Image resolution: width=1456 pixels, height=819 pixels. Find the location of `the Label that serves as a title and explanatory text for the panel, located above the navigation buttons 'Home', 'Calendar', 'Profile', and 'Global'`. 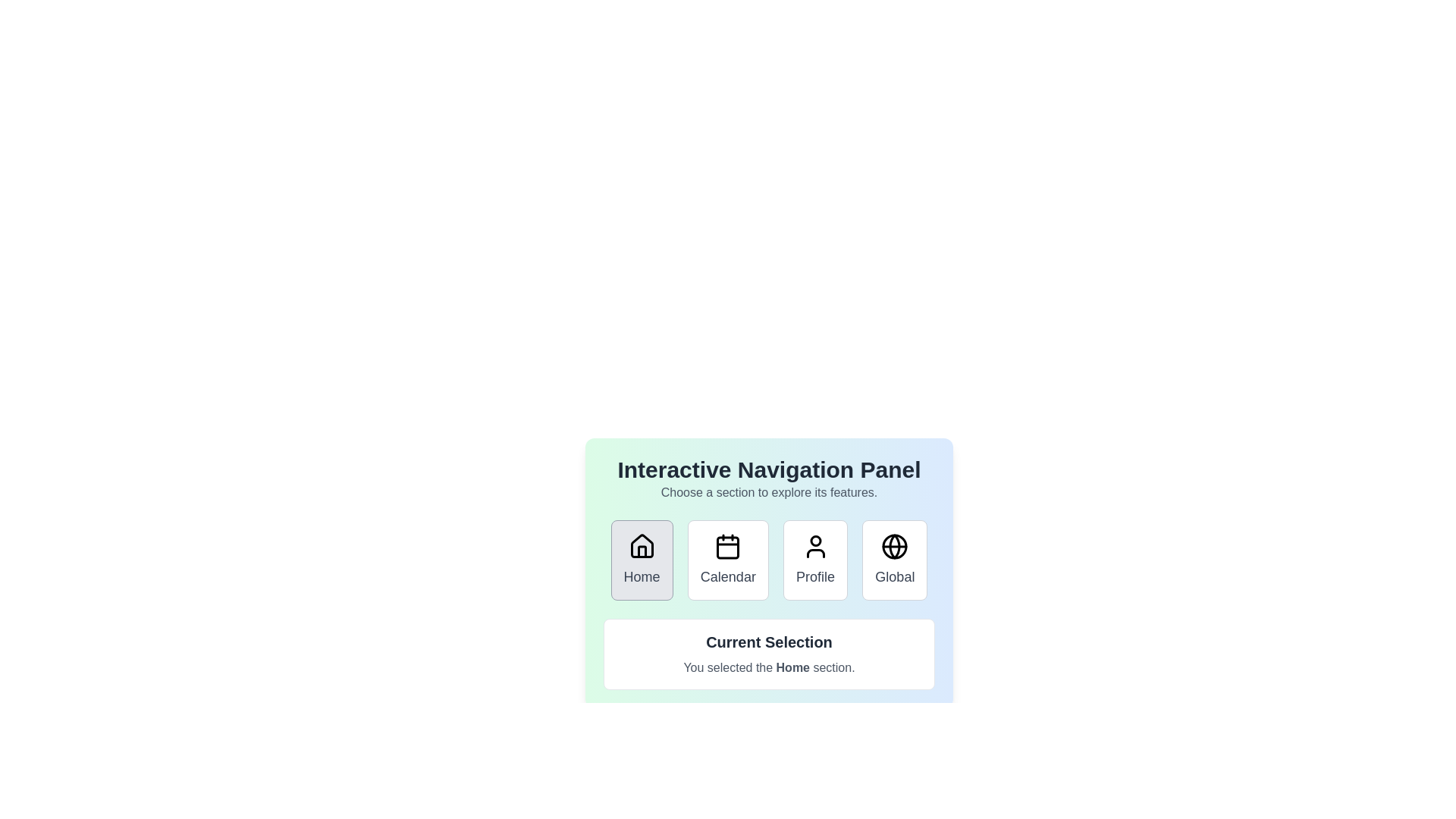

the Label that serves as a title and explanatory text for the panel, located above the navigation buttons 'Home', 'Calendar', 'Profile', and 'Global' is located at coordinates (769, 479).